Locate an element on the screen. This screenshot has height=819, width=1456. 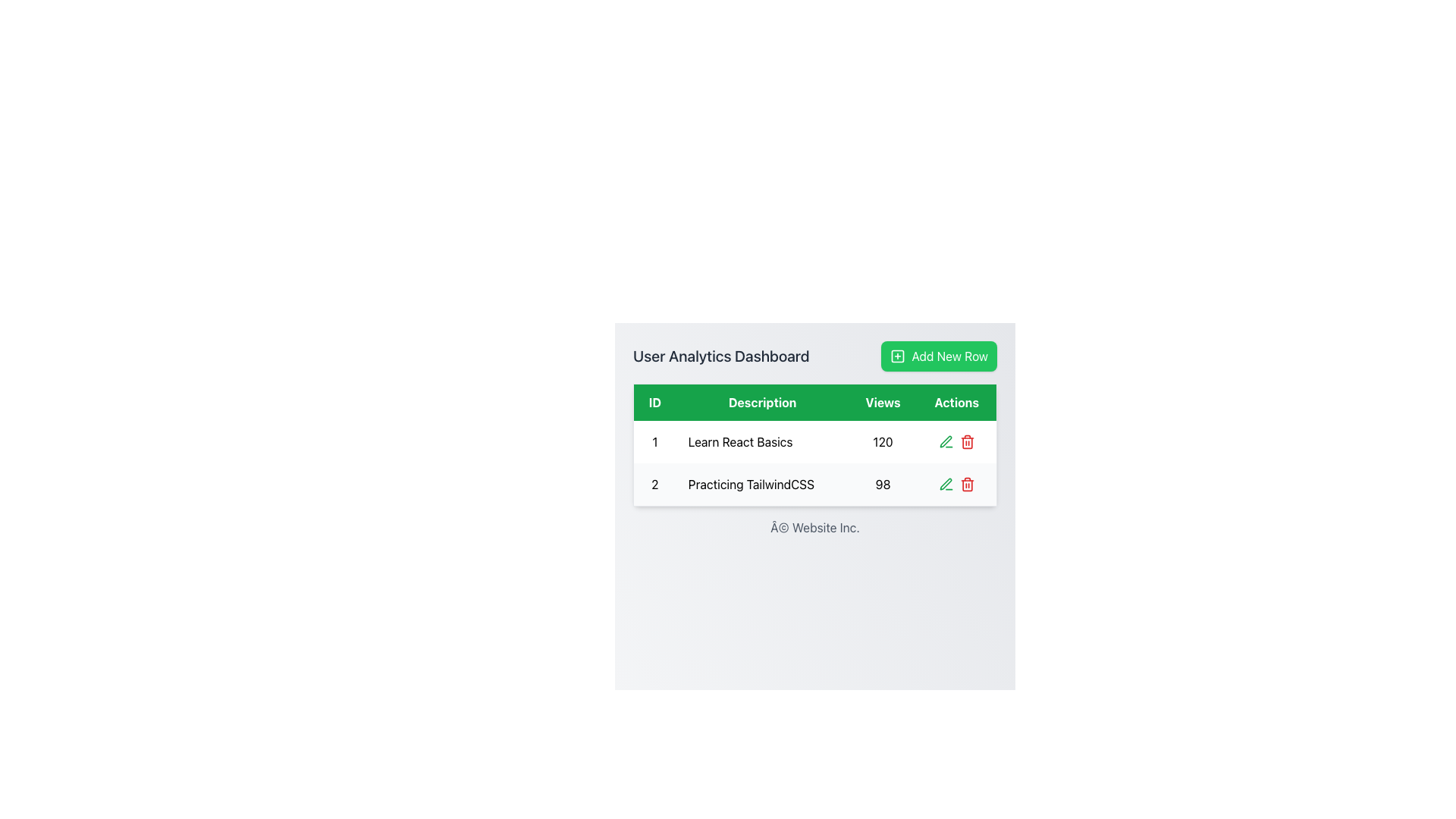
the static text label that serves as the header for the 'Views' column in the table, which is the third header in the row is located at coordinates (883, 401).